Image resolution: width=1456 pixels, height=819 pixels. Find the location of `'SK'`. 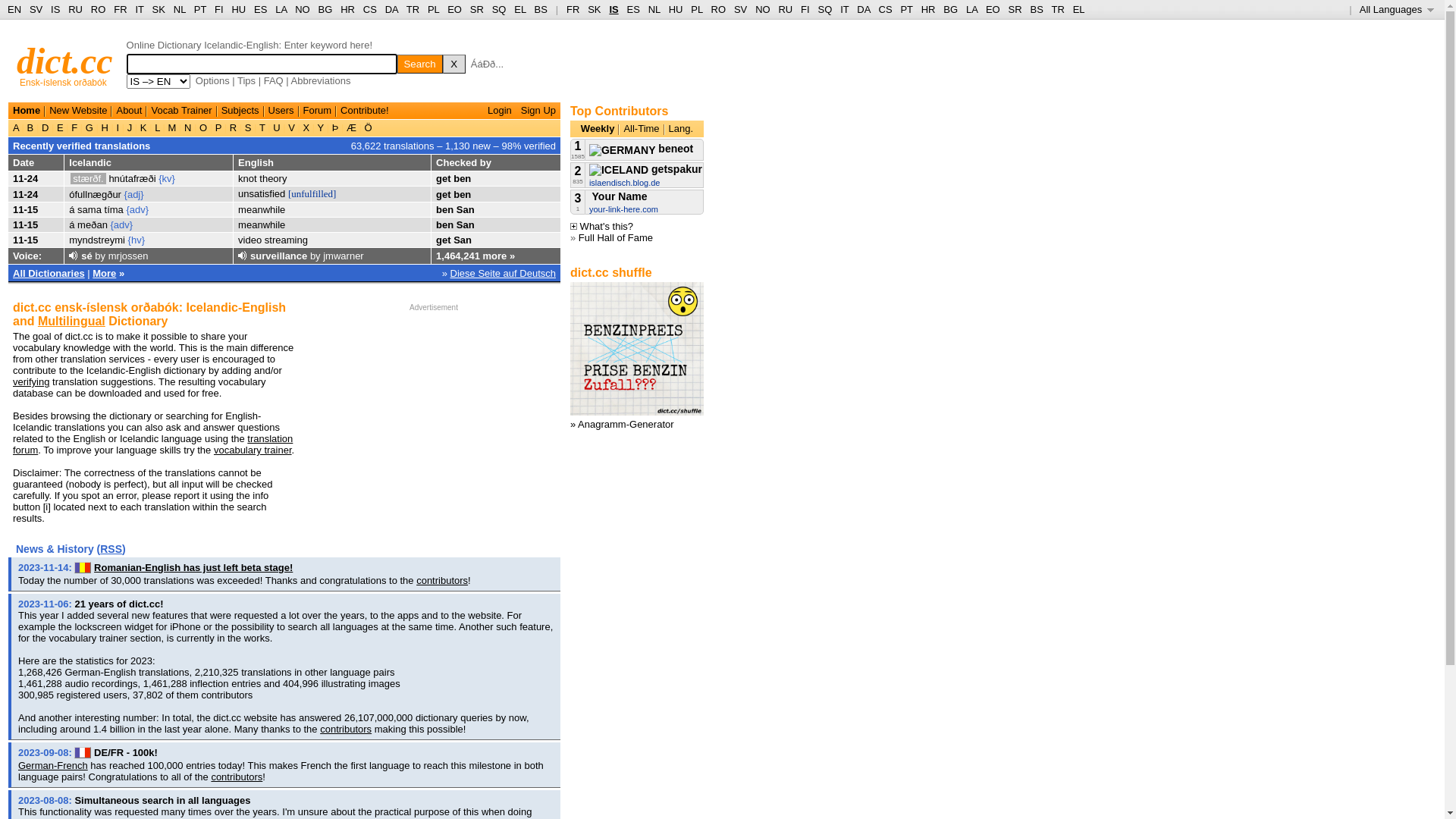

'SK' is located at coordinates (593, 9).